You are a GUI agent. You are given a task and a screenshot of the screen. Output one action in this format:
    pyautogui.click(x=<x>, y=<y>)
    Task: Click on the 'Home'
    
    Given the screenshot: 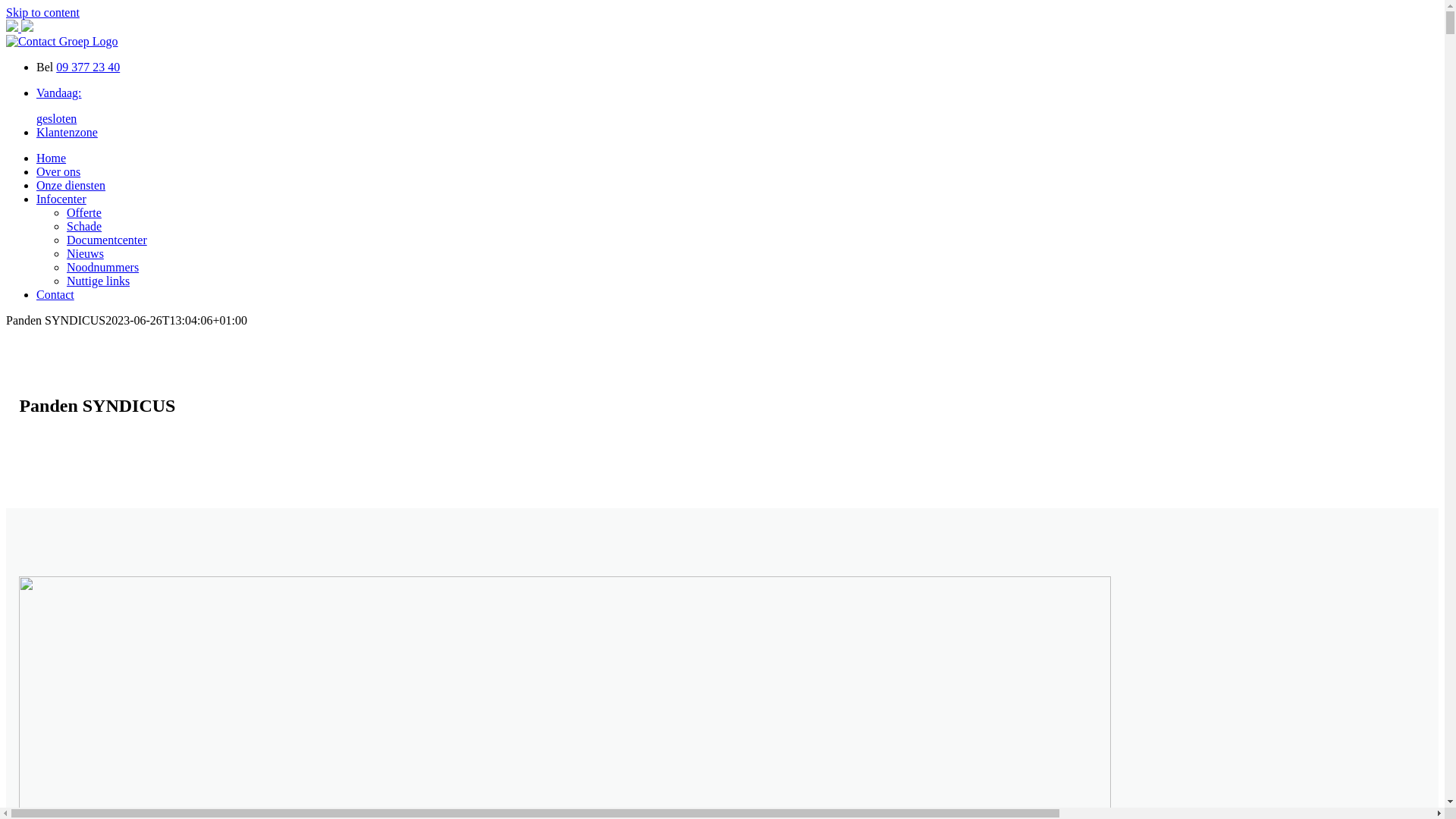 What is the action you would take?
    pyautogui.click(x=36, y=158)
    